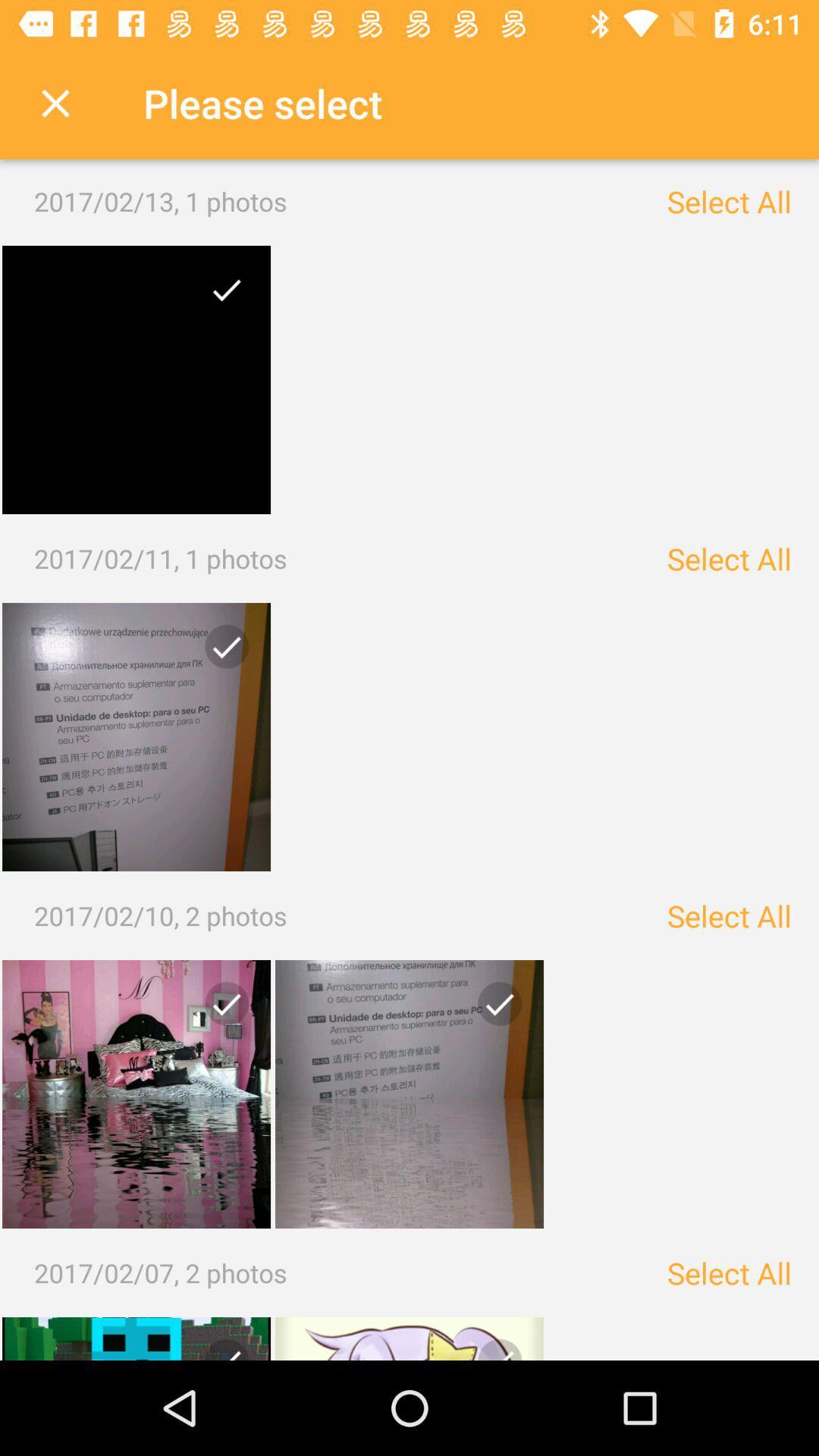  What do you see at coordinates (221, 1009) in the screenshot?
I see `photo checkmark` at bounding box center [221, 1009].